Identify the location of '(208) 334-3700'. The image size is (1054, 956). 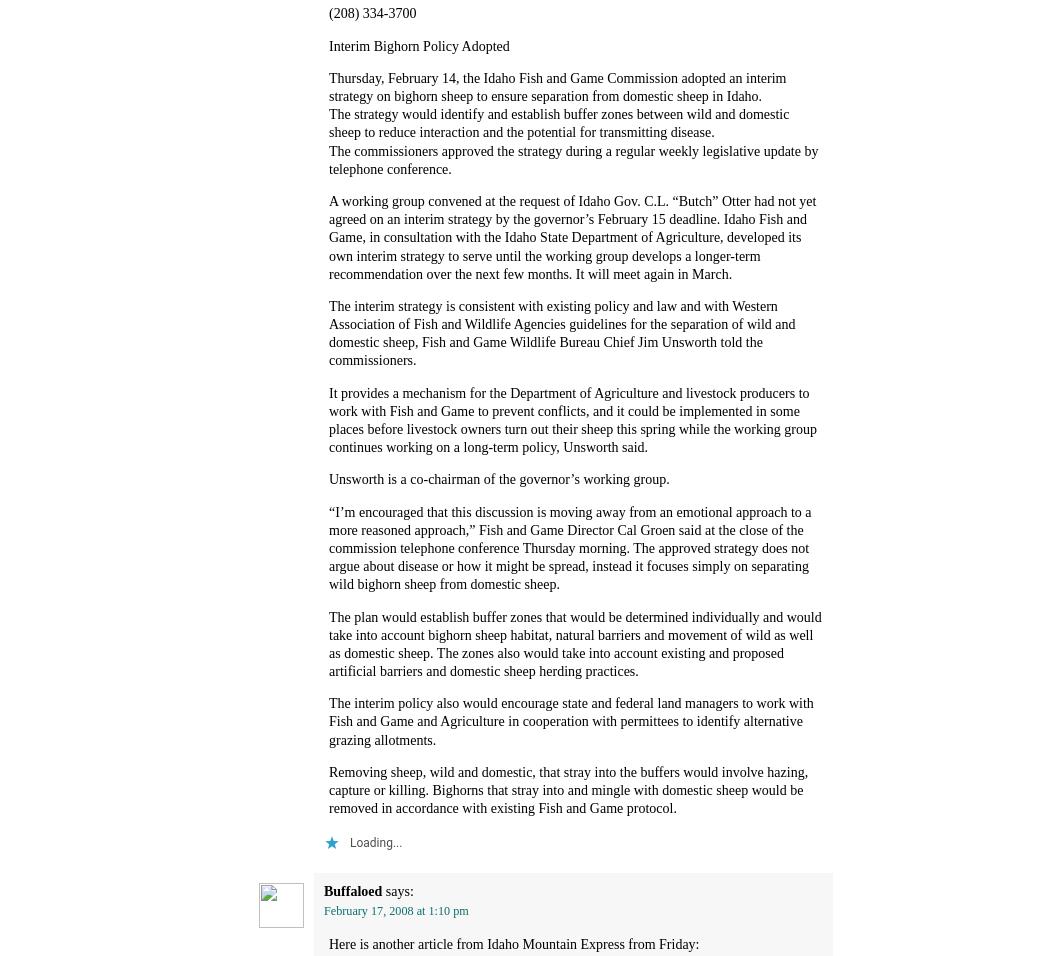
(371, 12).